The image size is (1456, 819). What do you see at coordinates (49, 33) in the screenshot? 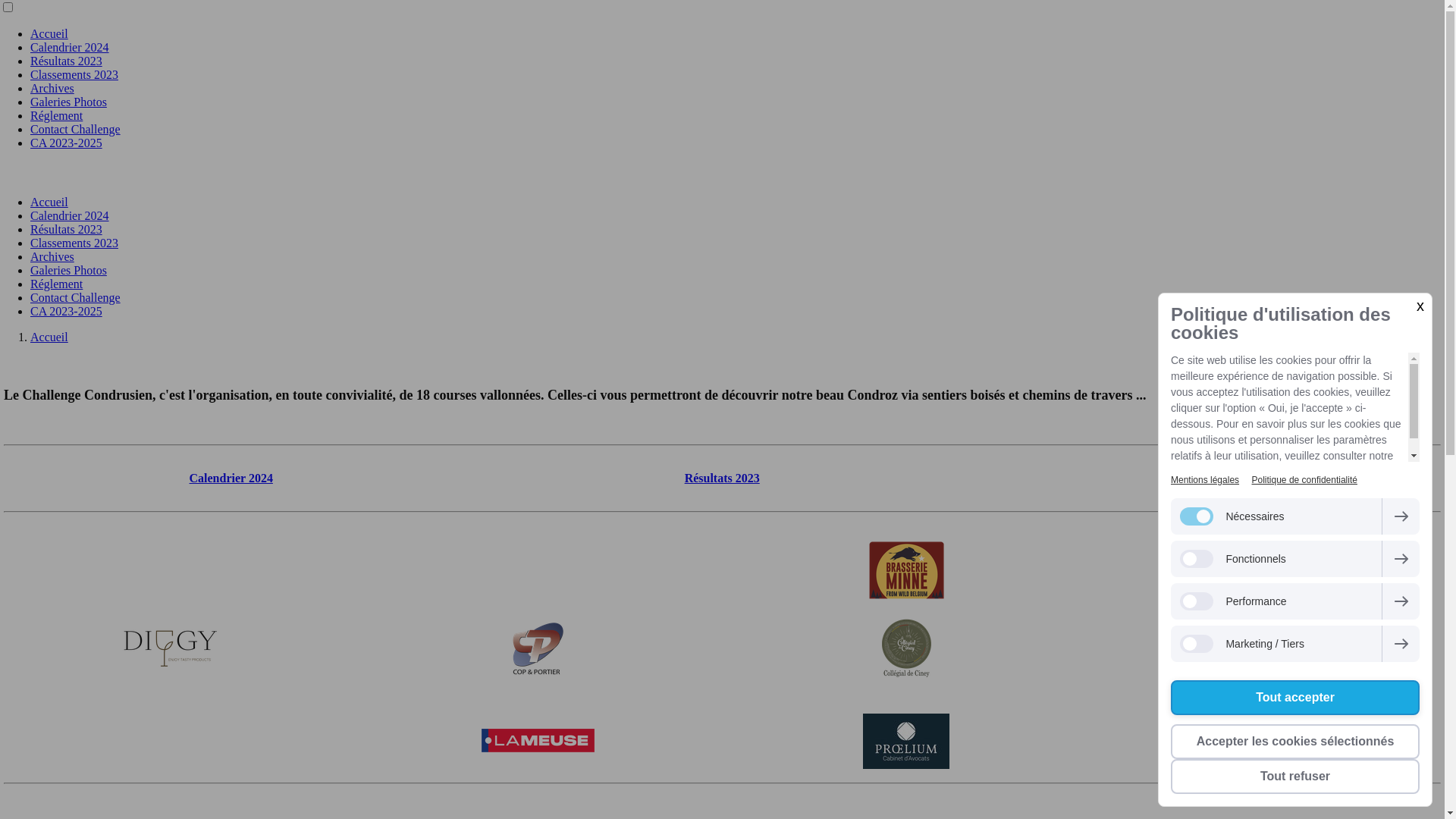
I see `'Accueil'` at bounding box center [49, 33].